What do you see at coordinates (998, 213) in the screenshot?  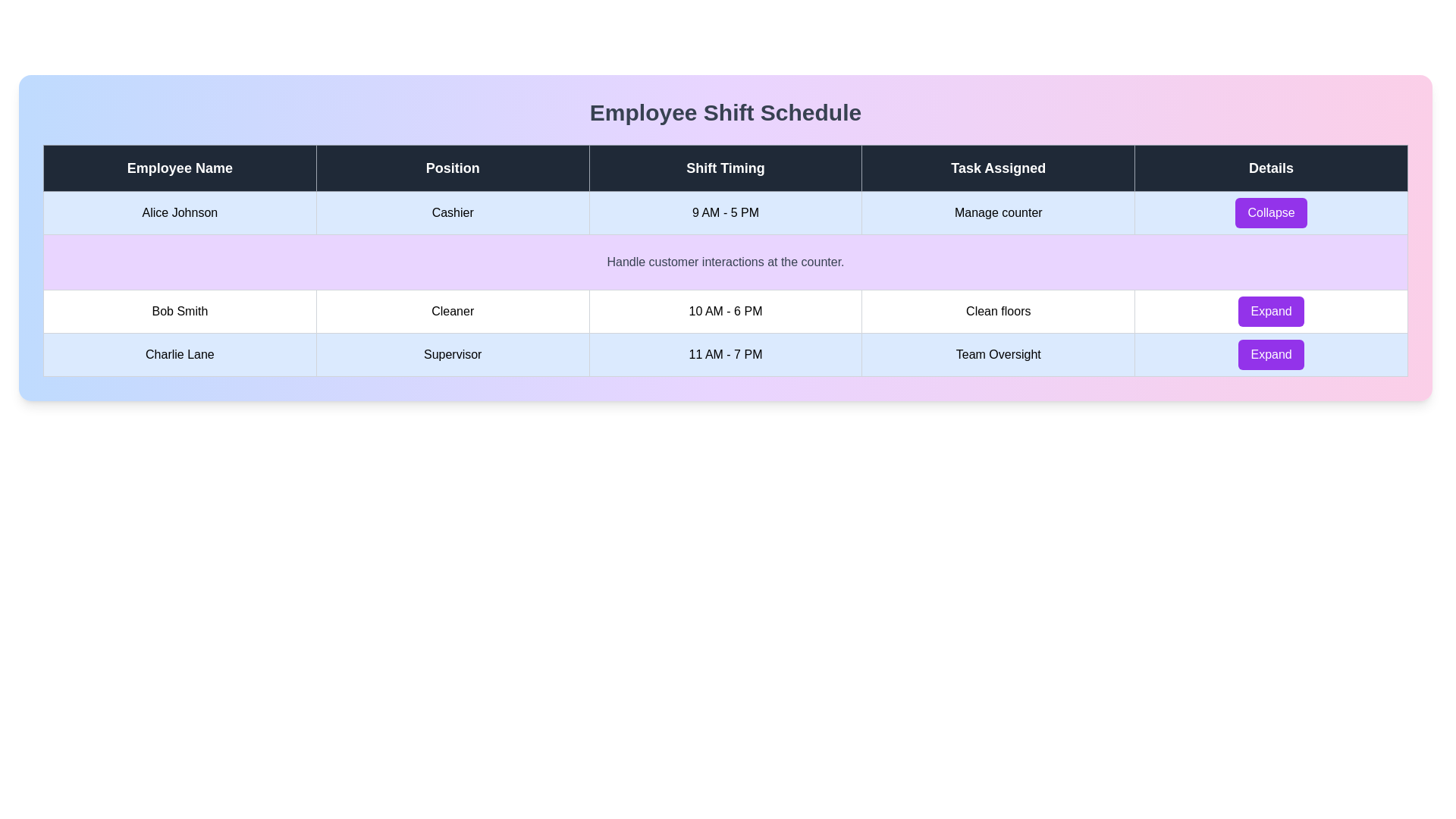 I see `the Text display box that shows the assigned task for the respective entry, located in the 'Task Assigned' column of the first row in the table-like structure` at bounding box center [998, 213].